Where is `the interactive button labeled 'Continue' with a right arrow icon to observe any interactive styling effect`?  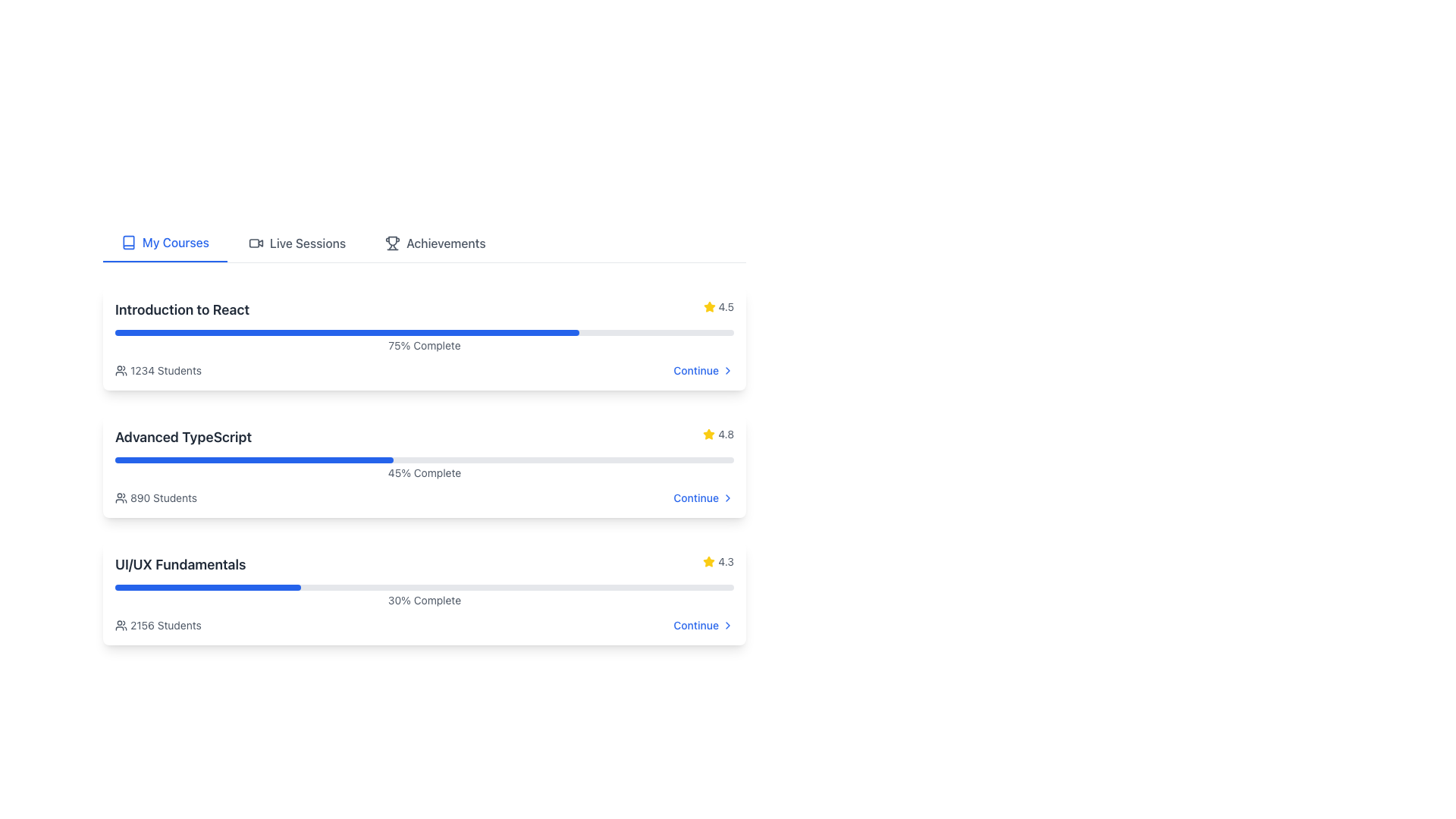
the interactive button labeled 'Continue' with a right arrow icon to observe any interactive styling effect is located at coordinates (703, 371).